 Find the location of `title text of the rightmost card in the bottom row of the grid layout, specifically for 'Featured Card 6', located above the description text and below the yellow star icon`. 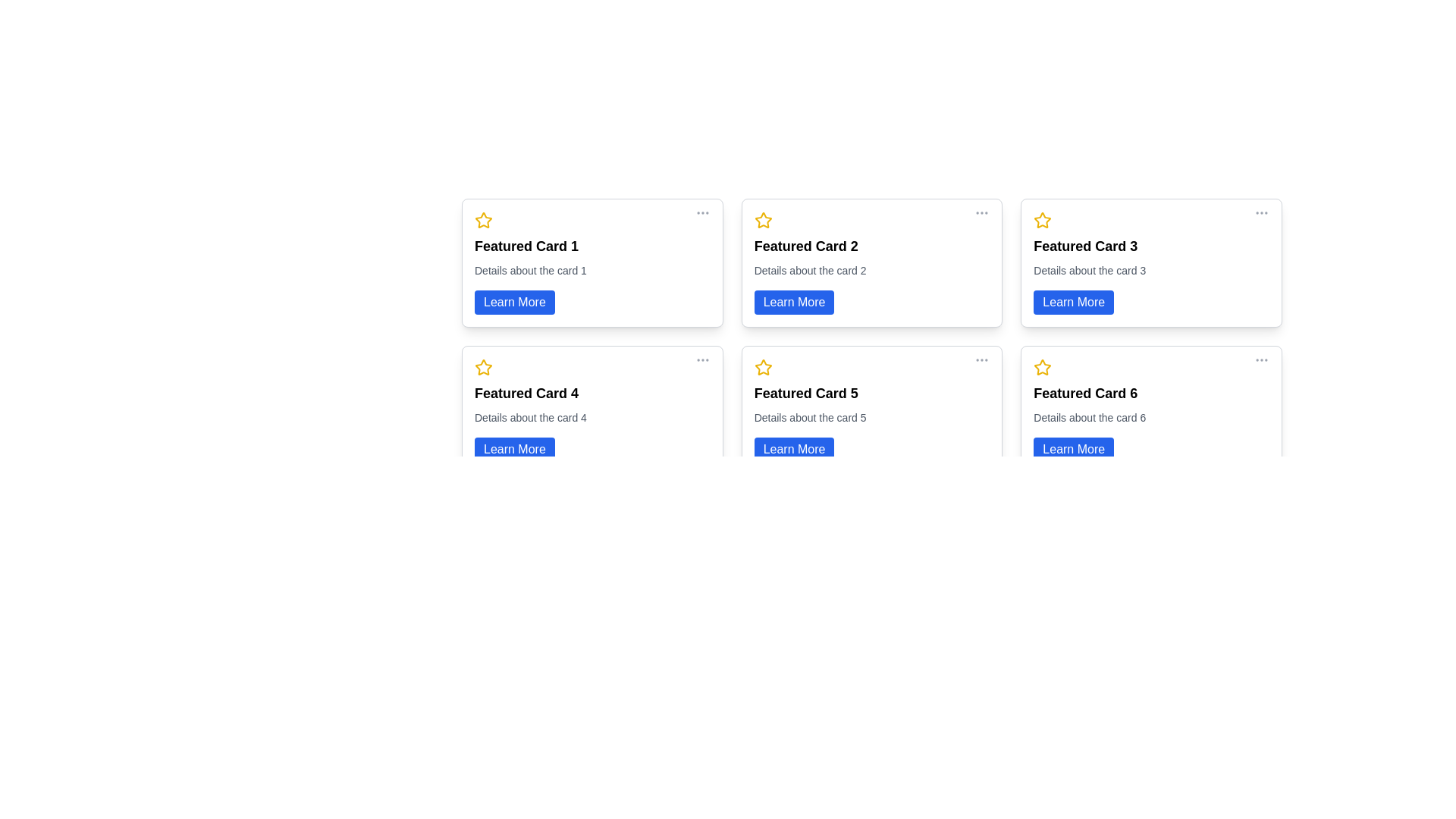

title text of the rightmost card in the bottom row of the grid layout, specifically for 'Featured Card 6', located above the description text and below the yellow star icon is located at coordinates (1084, 393).